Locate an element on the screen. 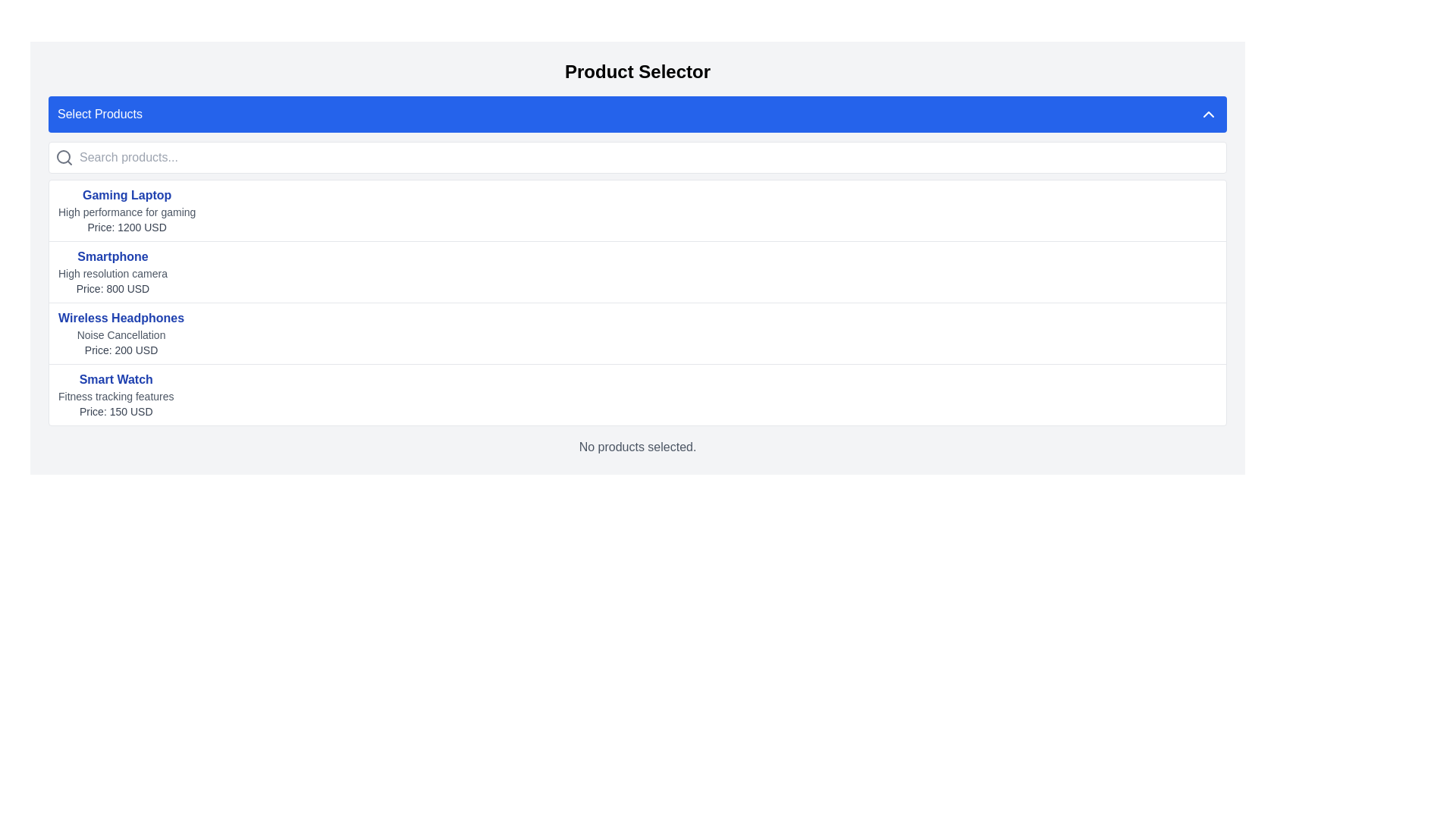  the text 'Wireless Headphones' in bold blue font is located at coordinates (121, 318).